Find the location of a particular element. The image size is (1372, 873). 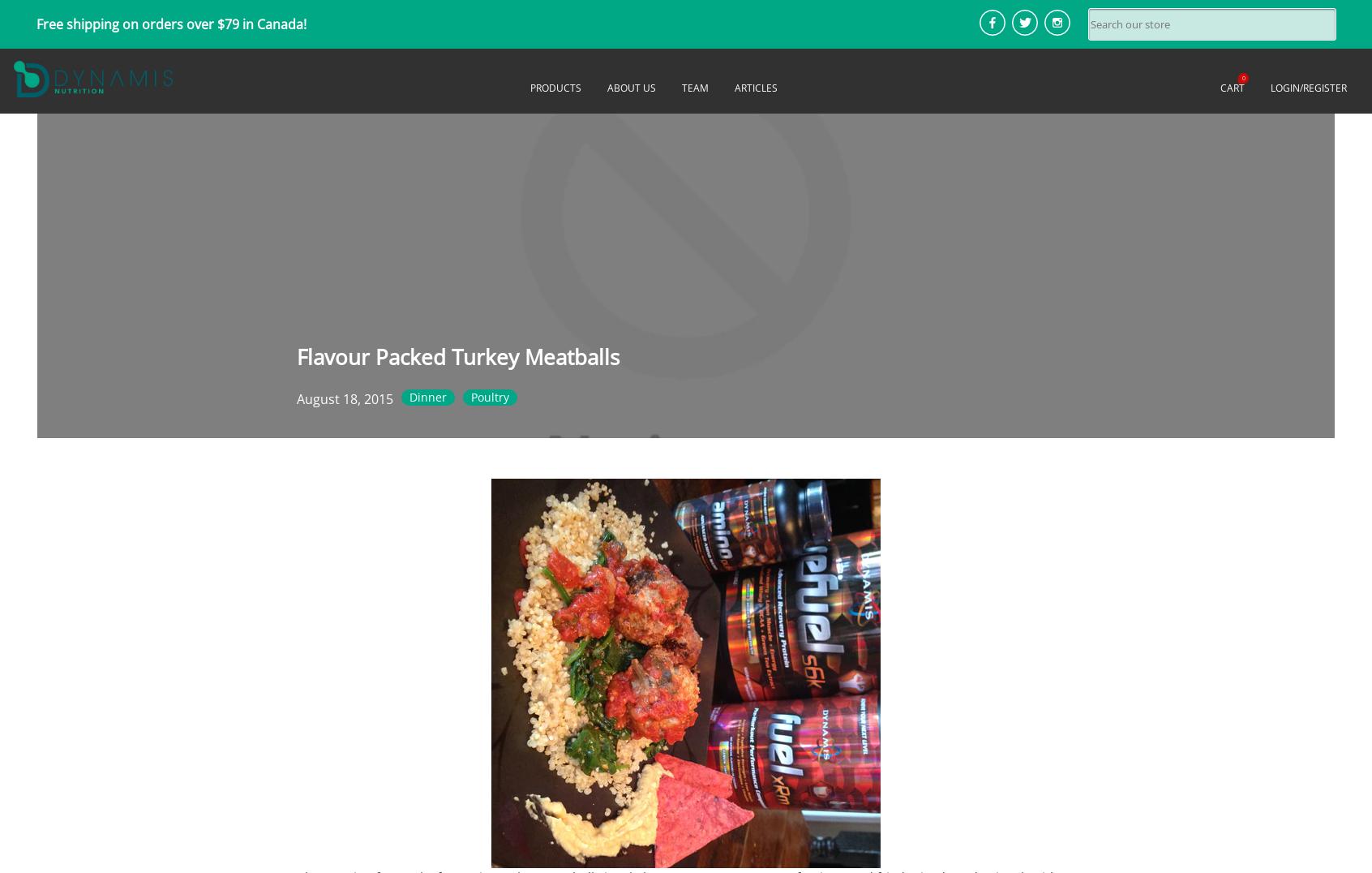

'Products' is located at coordinates (555, 87).